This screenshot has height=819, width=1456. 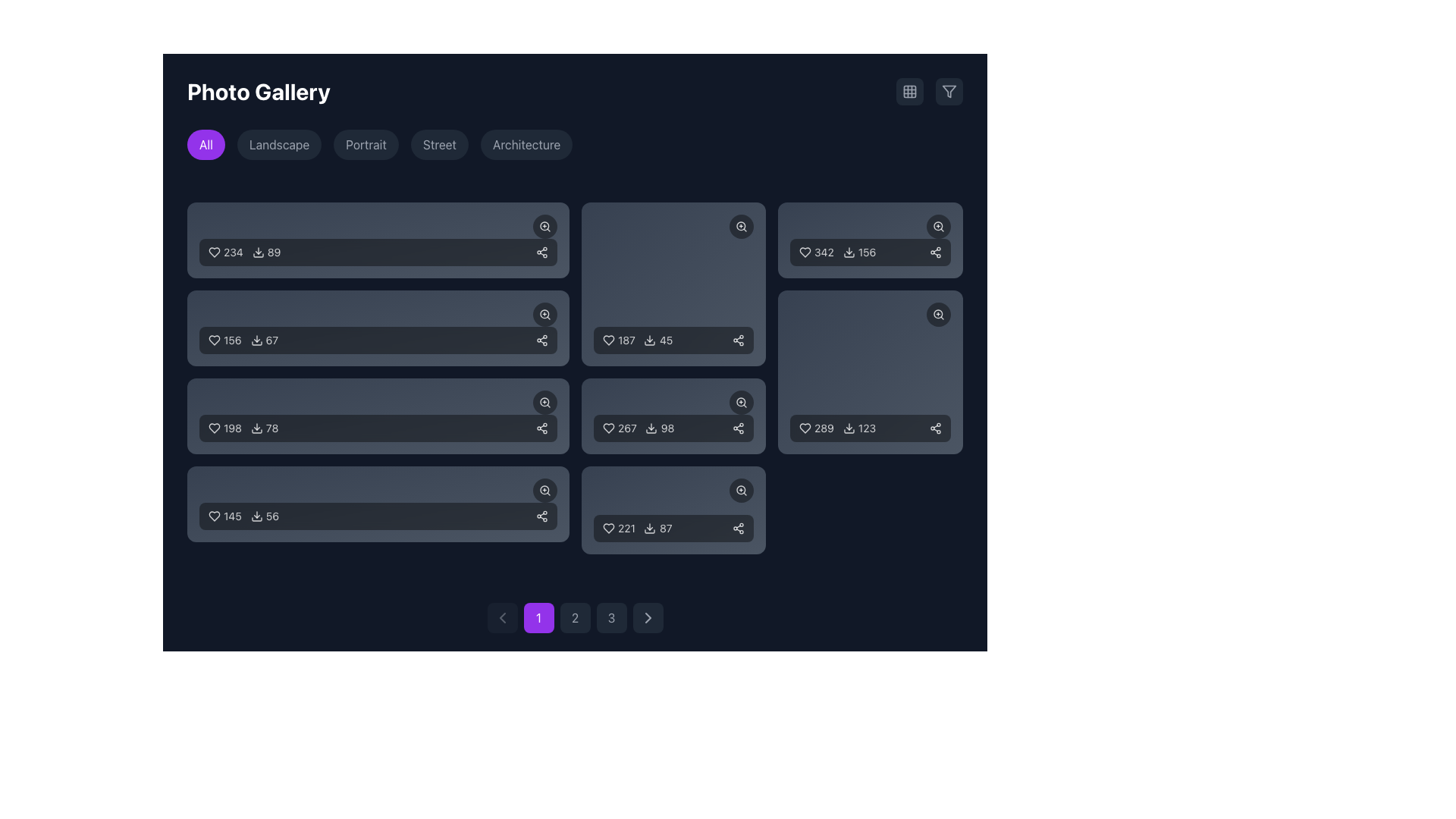 What do you see at coordinates (910, 91) in the screenshot?
I see `the button with a dark background and rounded corners that has a grid-like icon, located at the top-right corner of the interface` at bounding box center [910, 91].